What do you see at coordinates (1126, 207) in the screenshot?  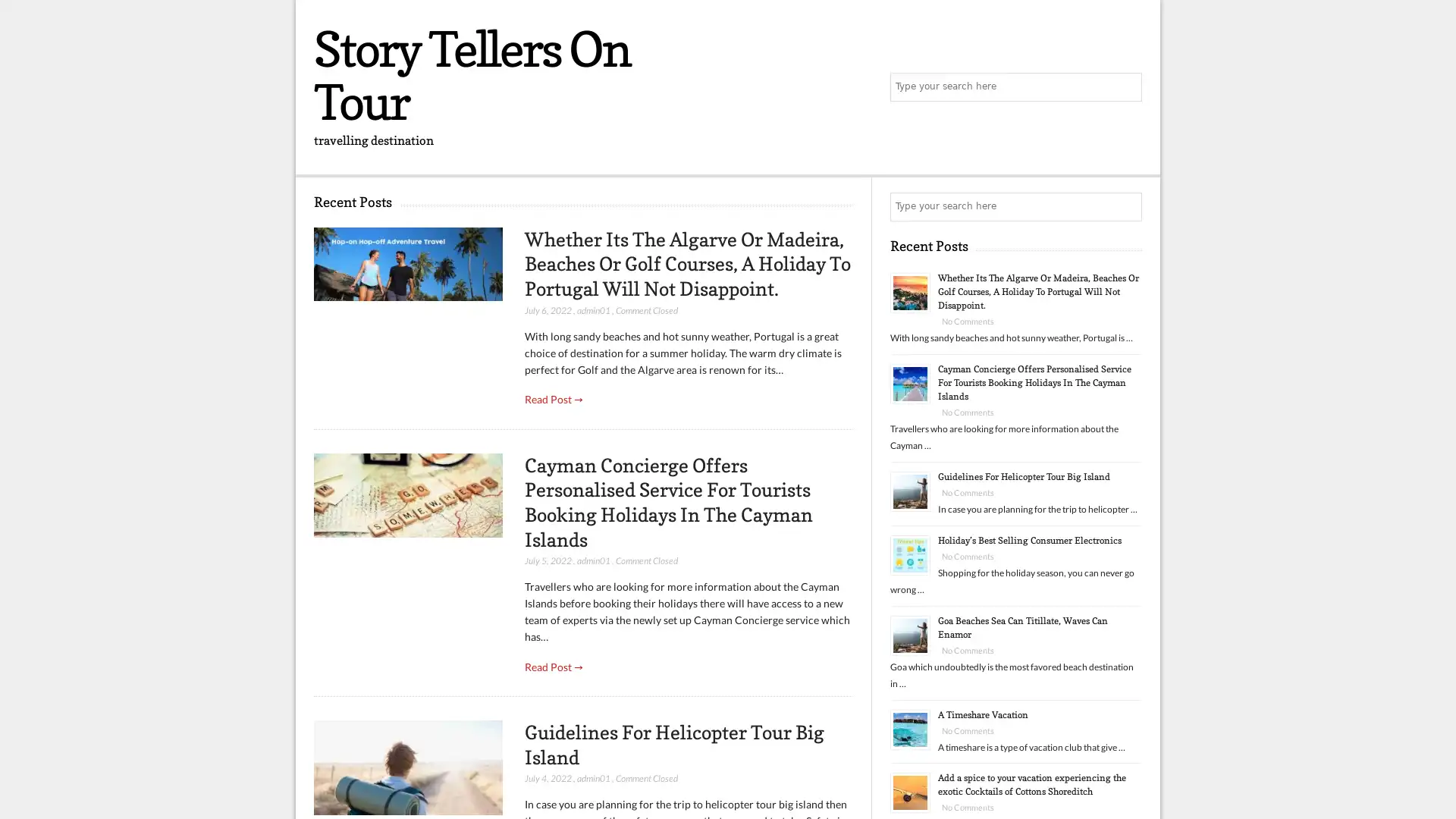 I see `Search` at bounding box center [1126, 207].